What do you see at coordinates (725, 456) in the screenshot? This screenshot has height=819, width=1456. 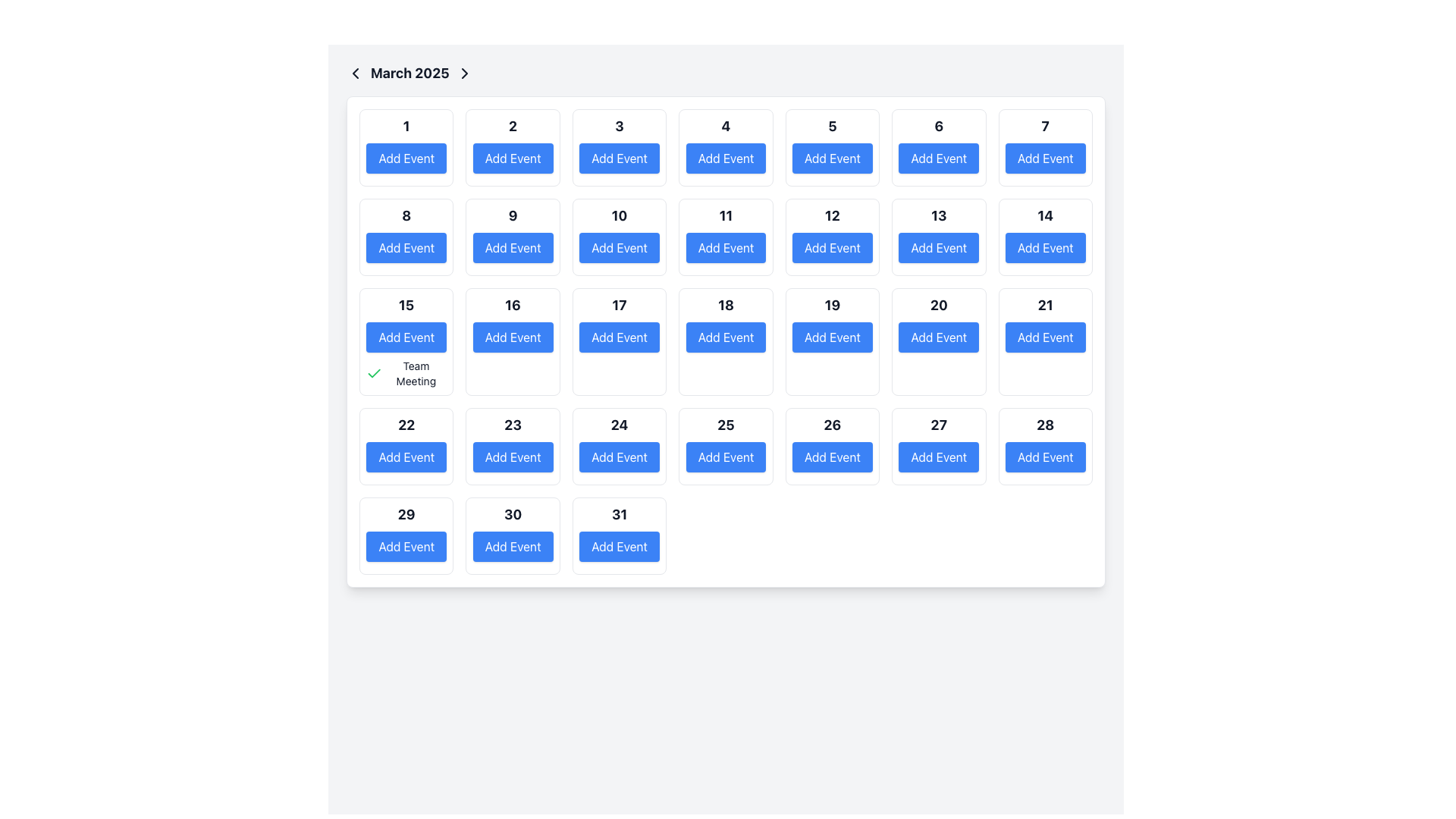 I see `the 'Add Event' button with a blue background located below the bold '25' text in the calendar day slot labeled '25'` at bounding box center [725, 456].